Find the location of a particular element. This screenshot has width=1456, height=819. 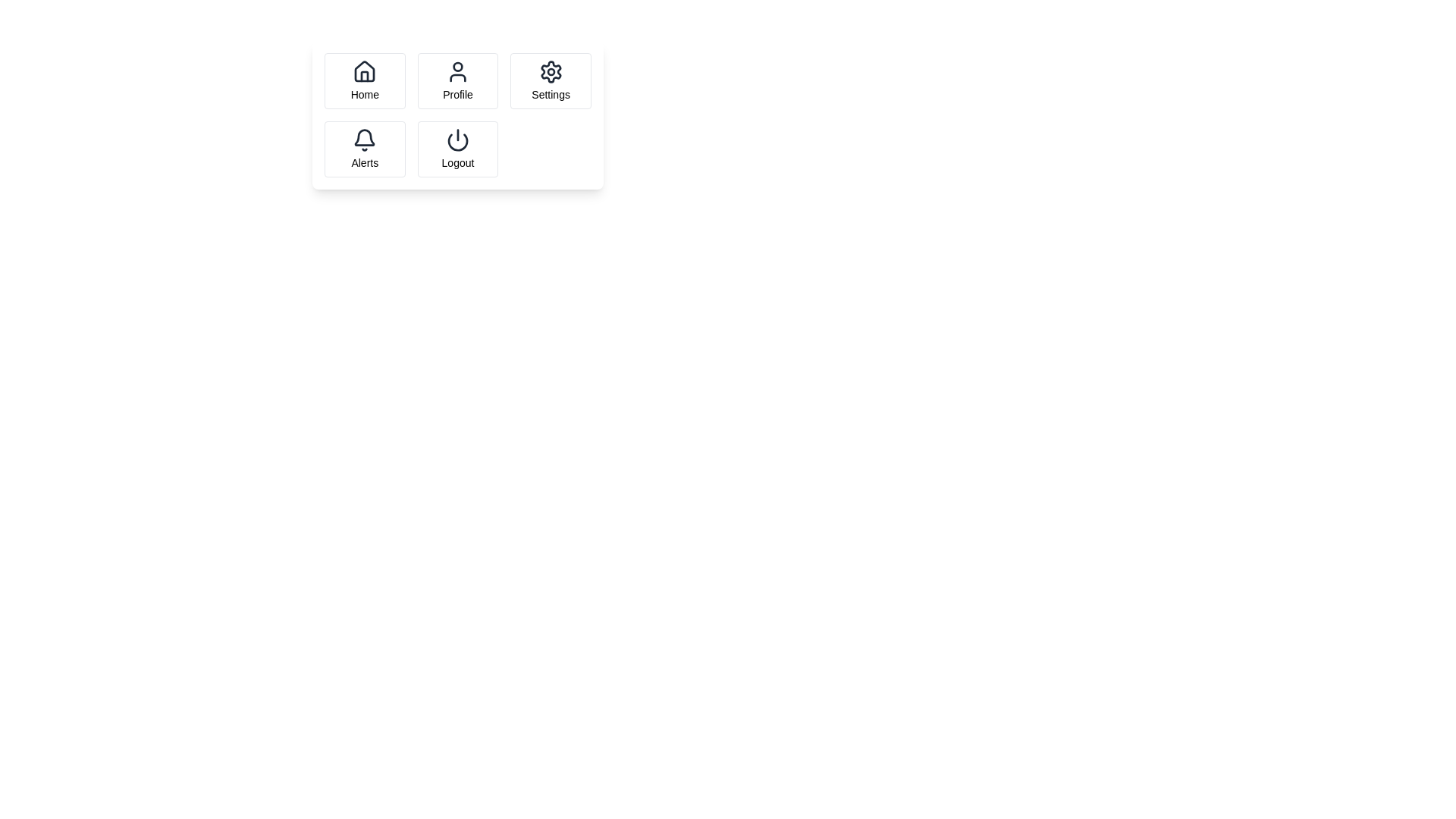

the bell-shaped icon inside the 'Alerts' button is located at coordinates (365, 140).